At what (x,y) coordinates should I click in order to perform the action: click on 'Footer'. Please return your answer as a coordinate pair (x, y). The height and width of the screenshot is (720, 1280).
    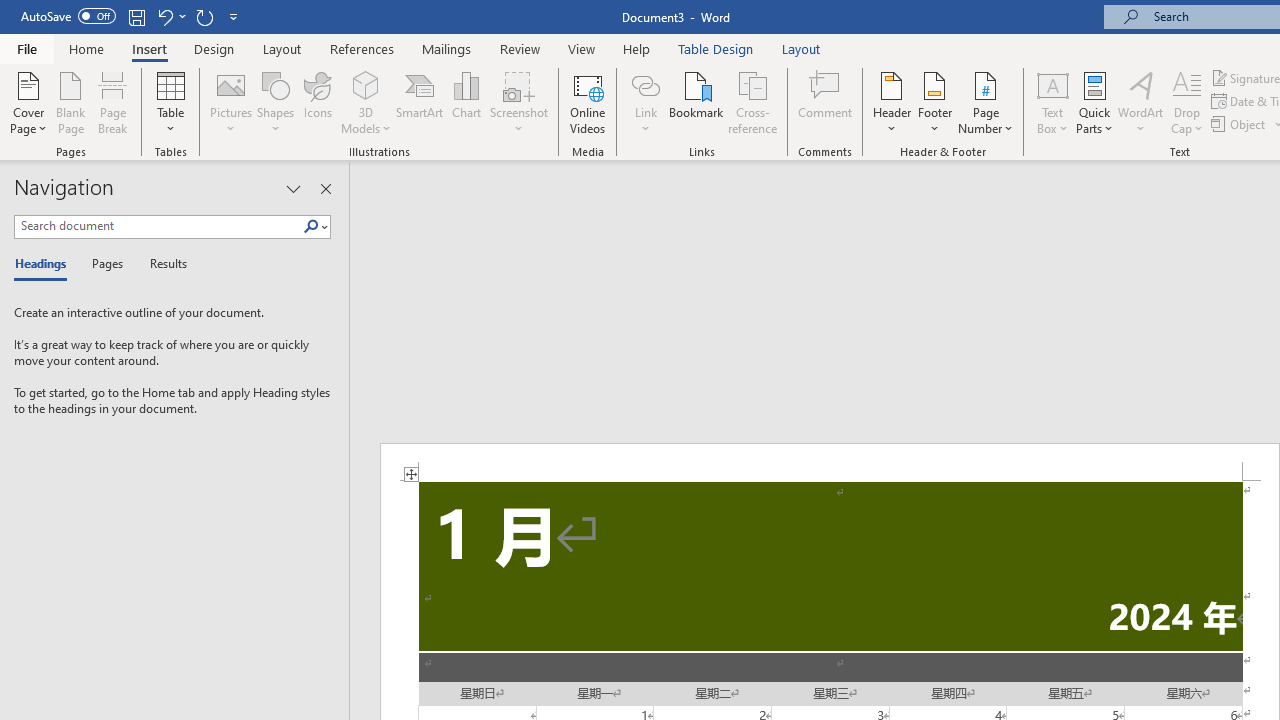
    Looking at the image, I should click on (934, 103).